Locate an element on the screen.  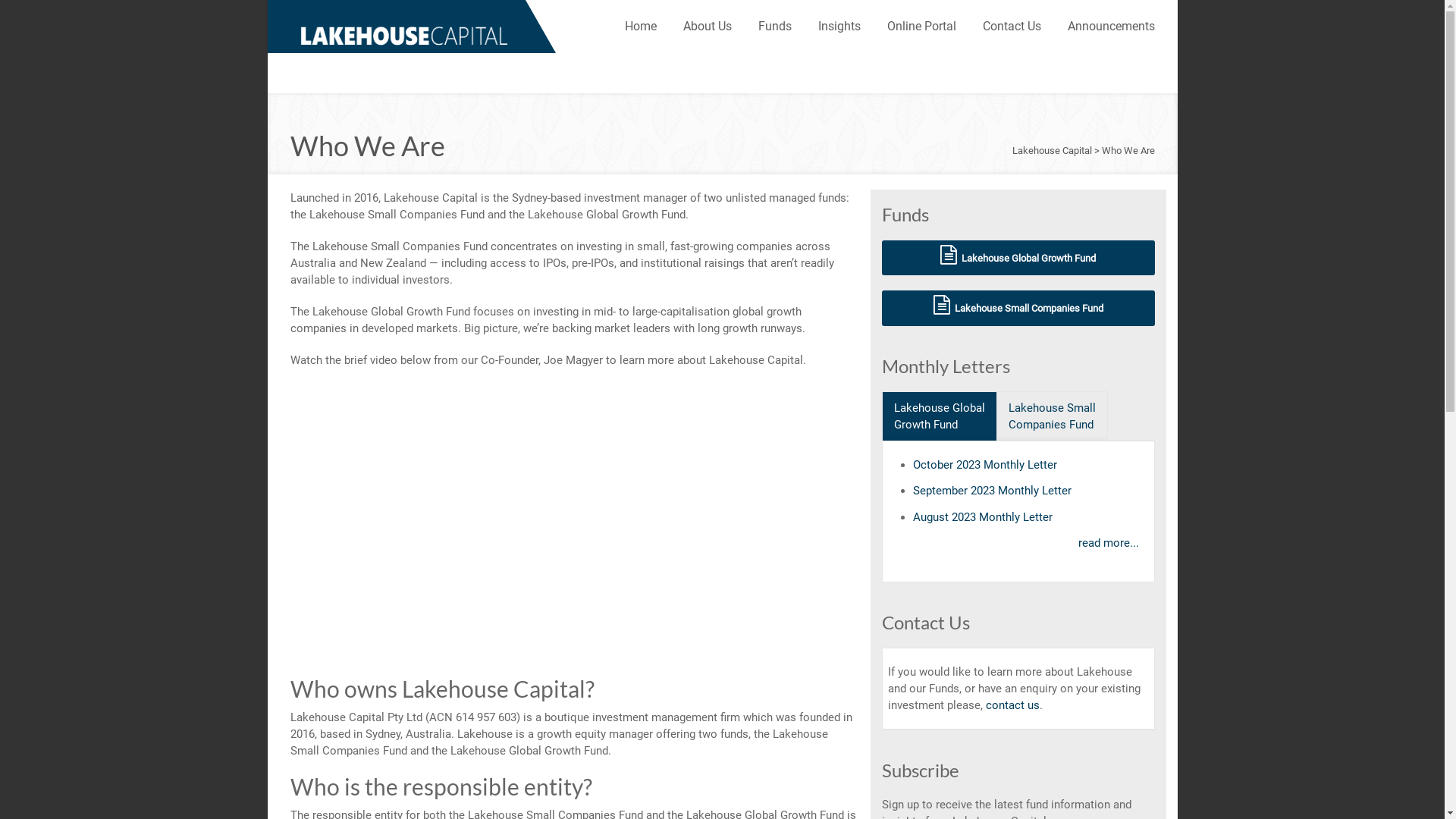
'September 2023 Monthly Letter' is located at coordinates (992, 491).